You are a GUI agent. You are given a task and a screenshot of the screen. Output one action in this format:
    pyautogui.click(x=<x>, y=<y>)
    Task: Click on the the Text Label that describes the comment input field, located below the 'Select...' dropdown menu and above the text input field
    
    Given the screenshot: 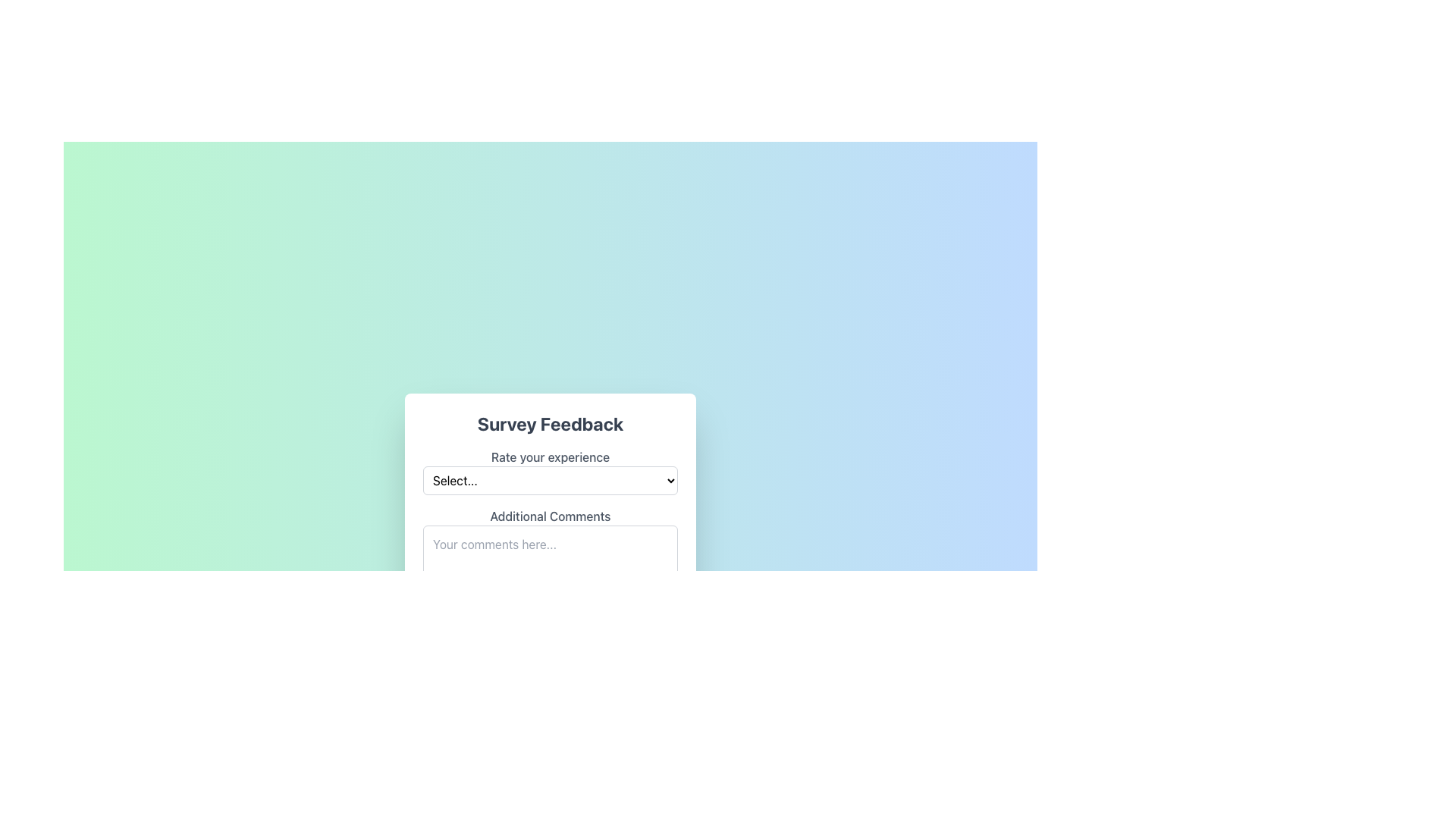 What is the action you would take?
    pyautogui.click(x=549, y=516)
    